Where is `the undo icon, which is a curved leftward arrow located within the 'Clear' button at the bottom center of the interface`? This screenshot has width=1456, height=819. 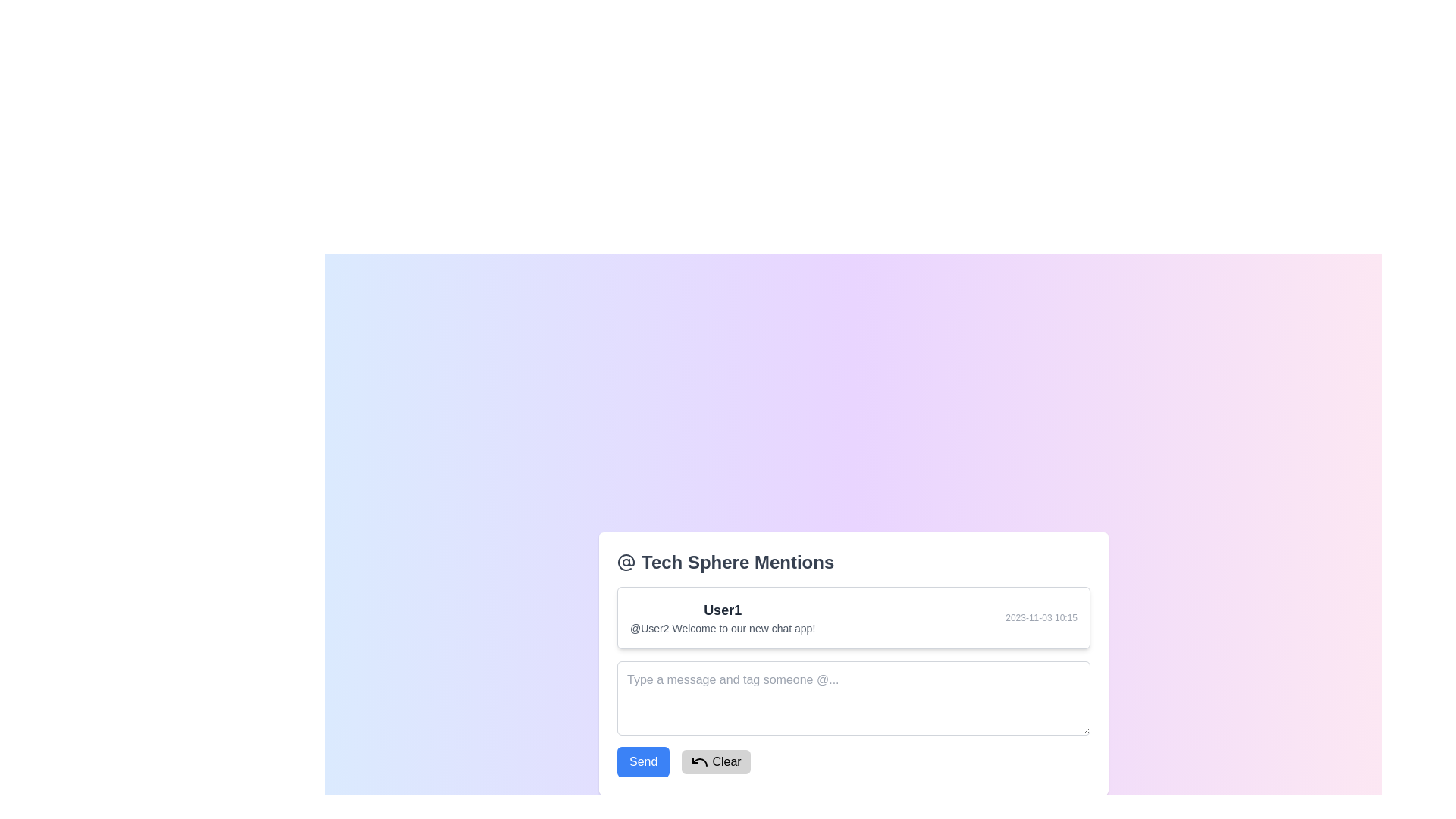
the undo icon, which is a curved leftward arrow located within the 'Clear' button at the bottom center of the interface is located at coordinates (699, 761).